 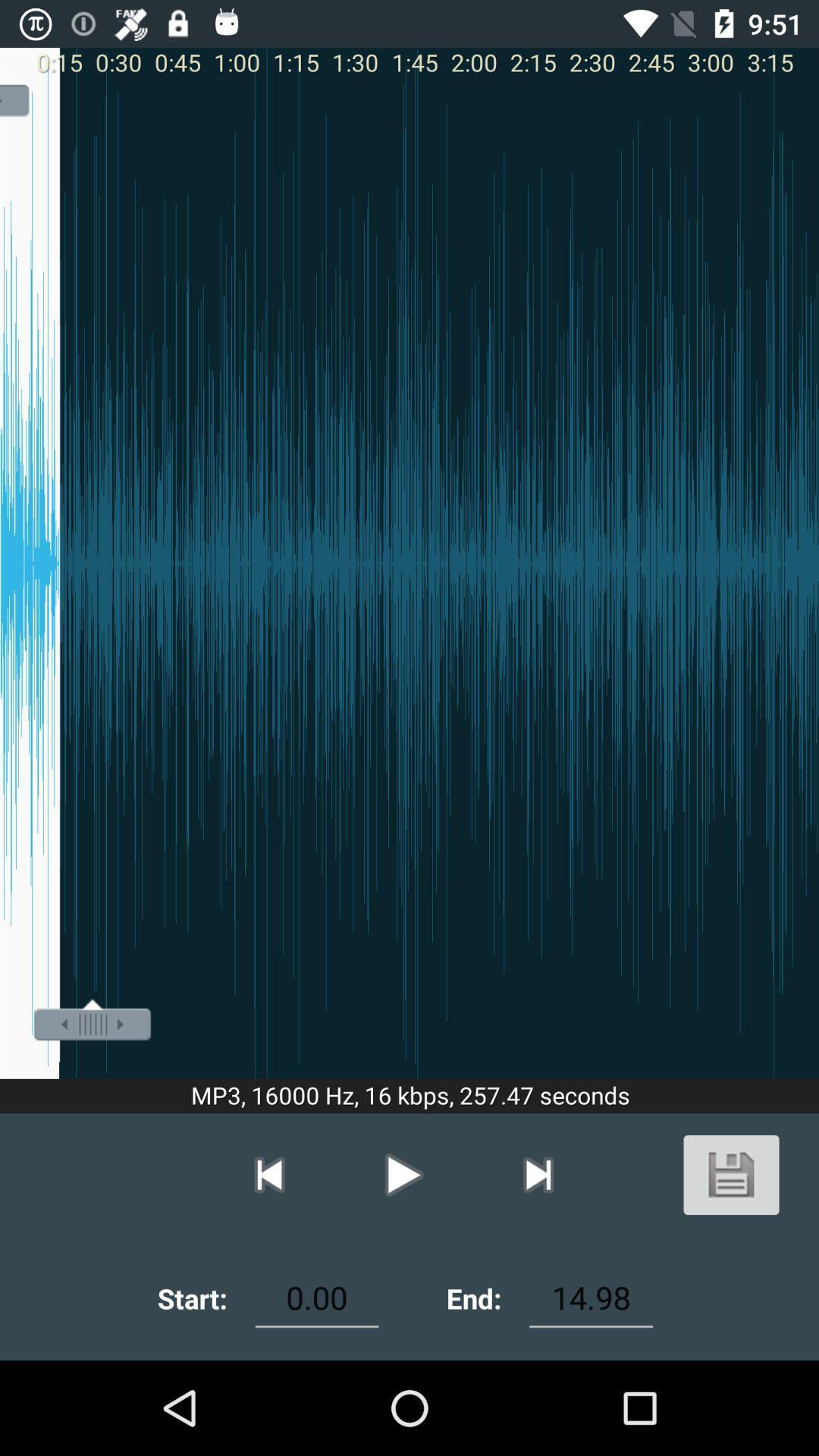 I want to click on the play button, so click(x=403, y=1174).